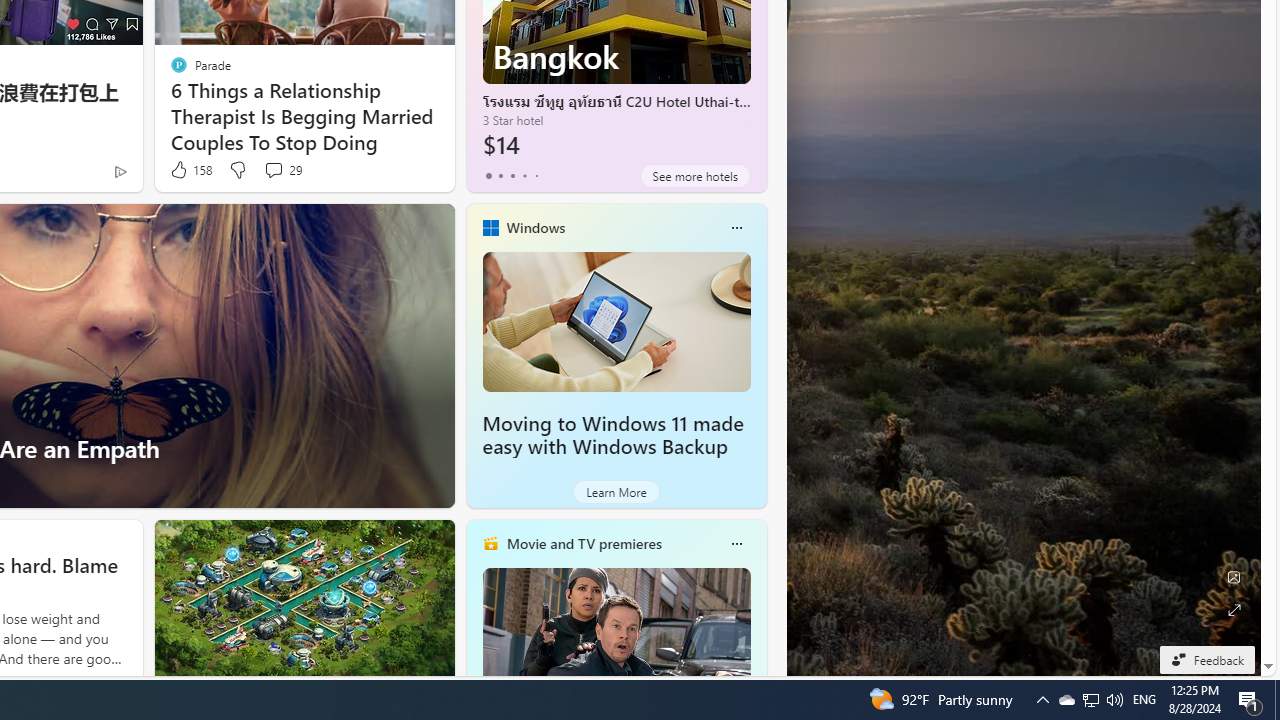 Image resolution: width=1280 pixels, height=720 pixels. Describe the element at coordinates (237, 169) in the screenshot. I see `'Dislike'` at that location.